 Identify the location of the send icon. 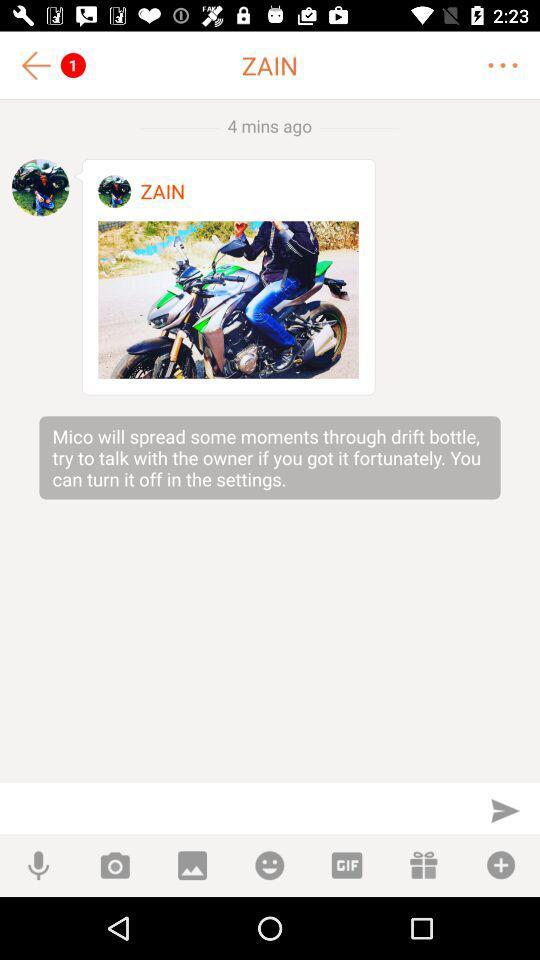
(504, 810).